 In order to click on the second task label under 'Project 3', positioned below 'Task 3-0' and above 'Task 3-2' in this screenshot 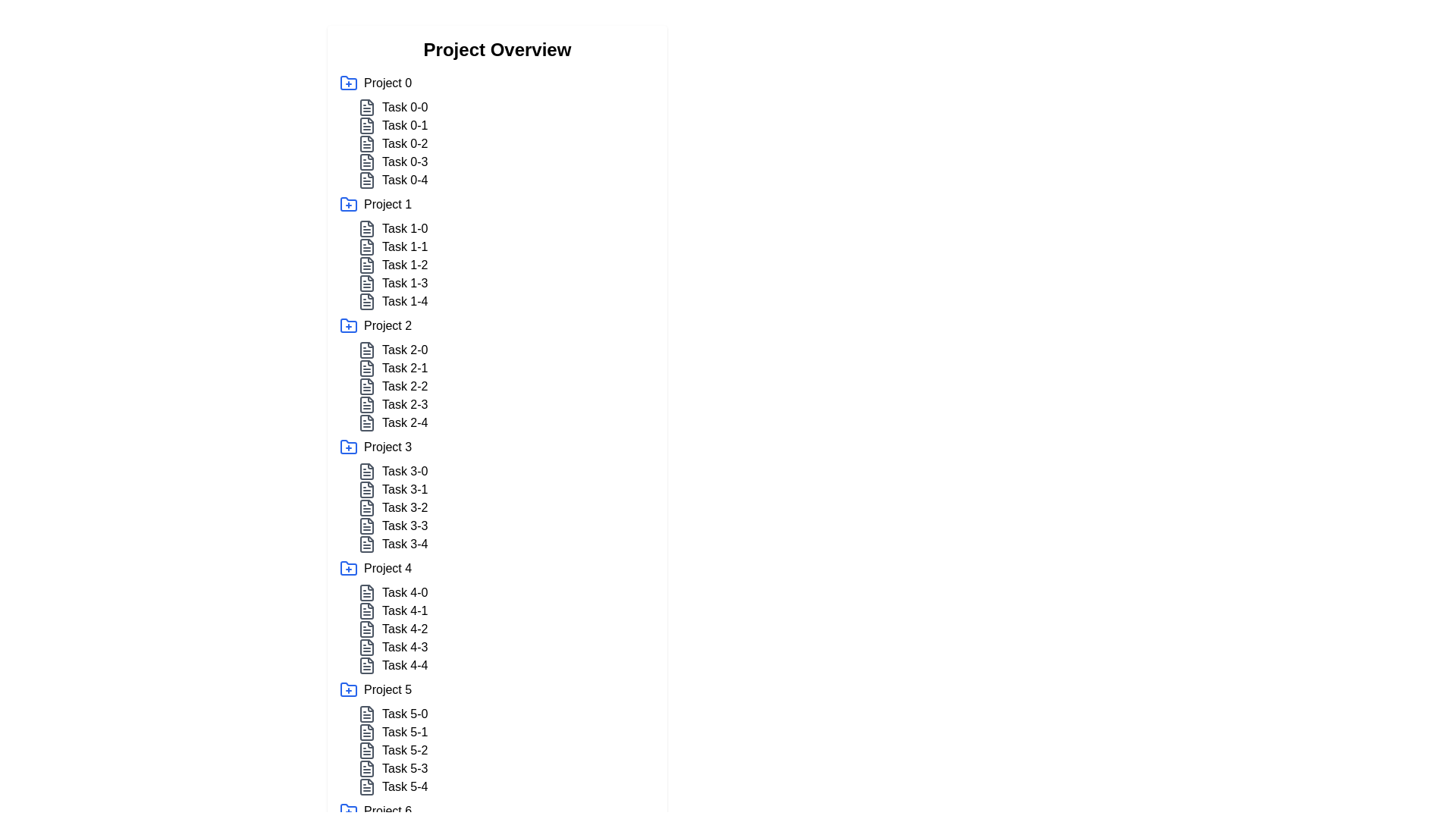, I will do `click(405, 489)`.